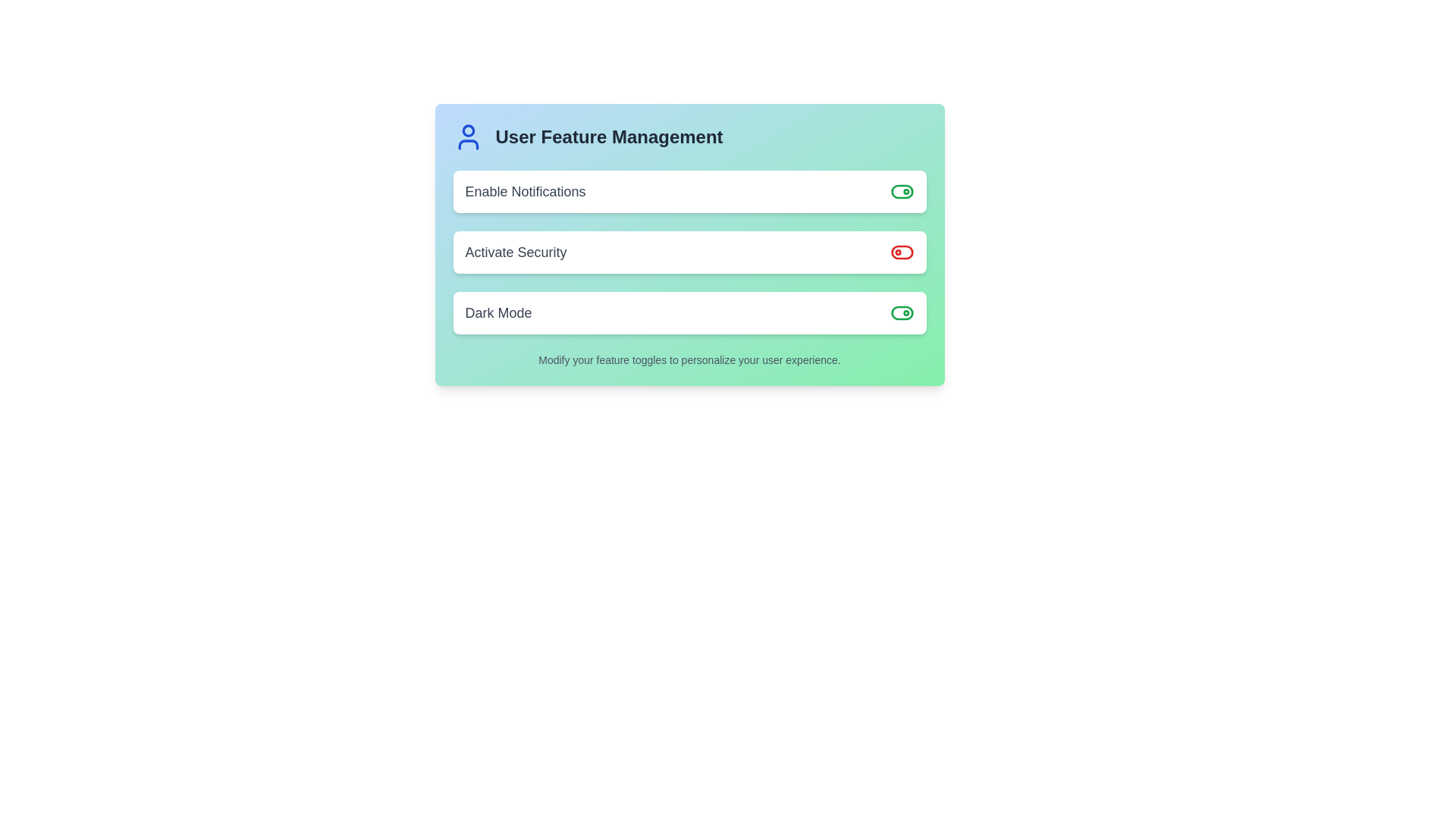 This screenshot has height=819, width=1456. I want to click on properties of the decorative circle icon located to the right of the title 'User Feature Management', so click(467, 130).